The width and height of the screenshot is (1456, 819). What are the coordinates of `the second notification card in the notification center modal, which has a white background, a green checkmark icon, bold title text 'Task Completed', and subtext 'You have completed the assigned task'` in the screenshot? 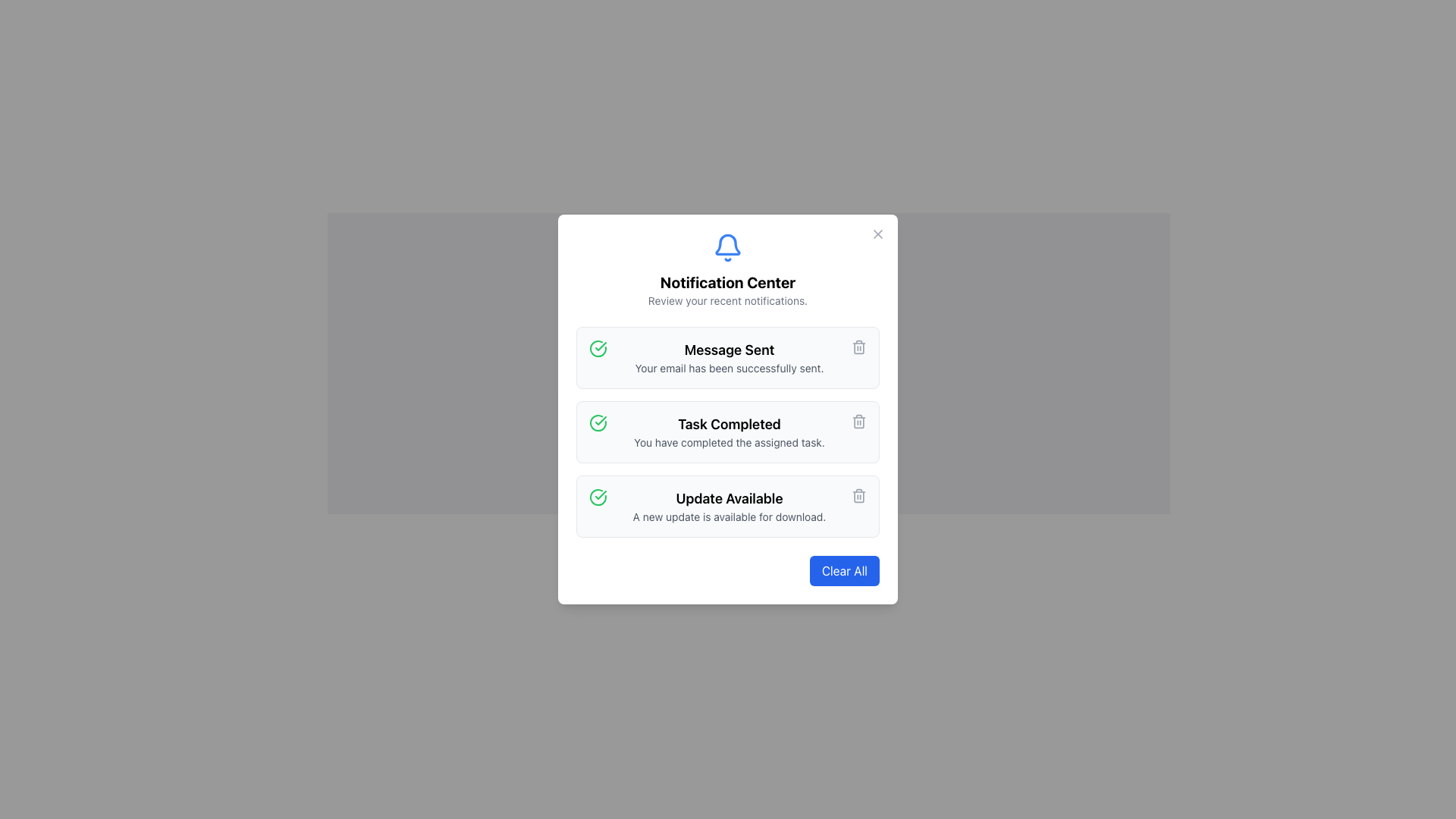 It's located at (728, 432).